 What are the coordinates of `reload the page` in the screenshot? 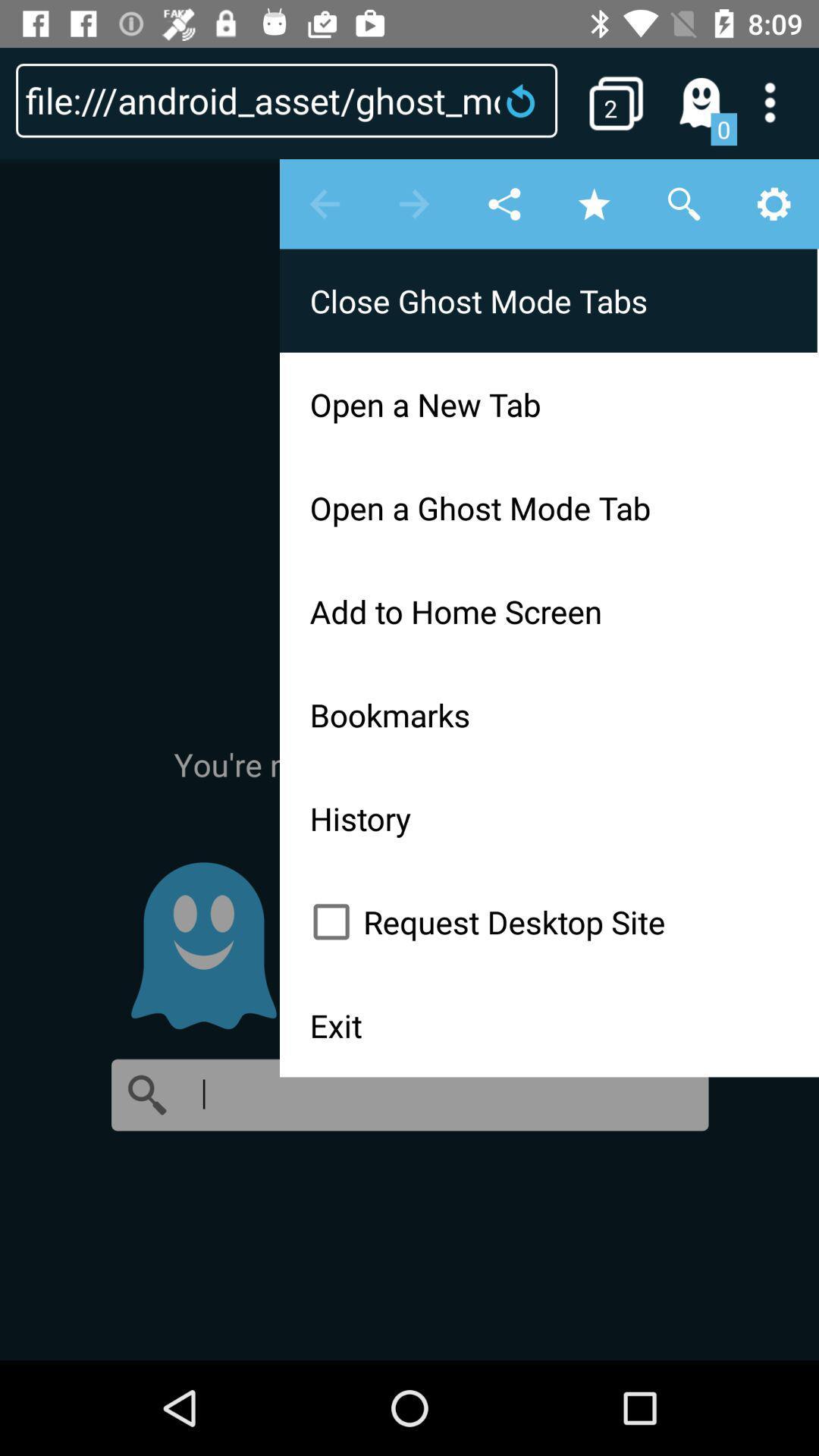 It's located at (525, 99).